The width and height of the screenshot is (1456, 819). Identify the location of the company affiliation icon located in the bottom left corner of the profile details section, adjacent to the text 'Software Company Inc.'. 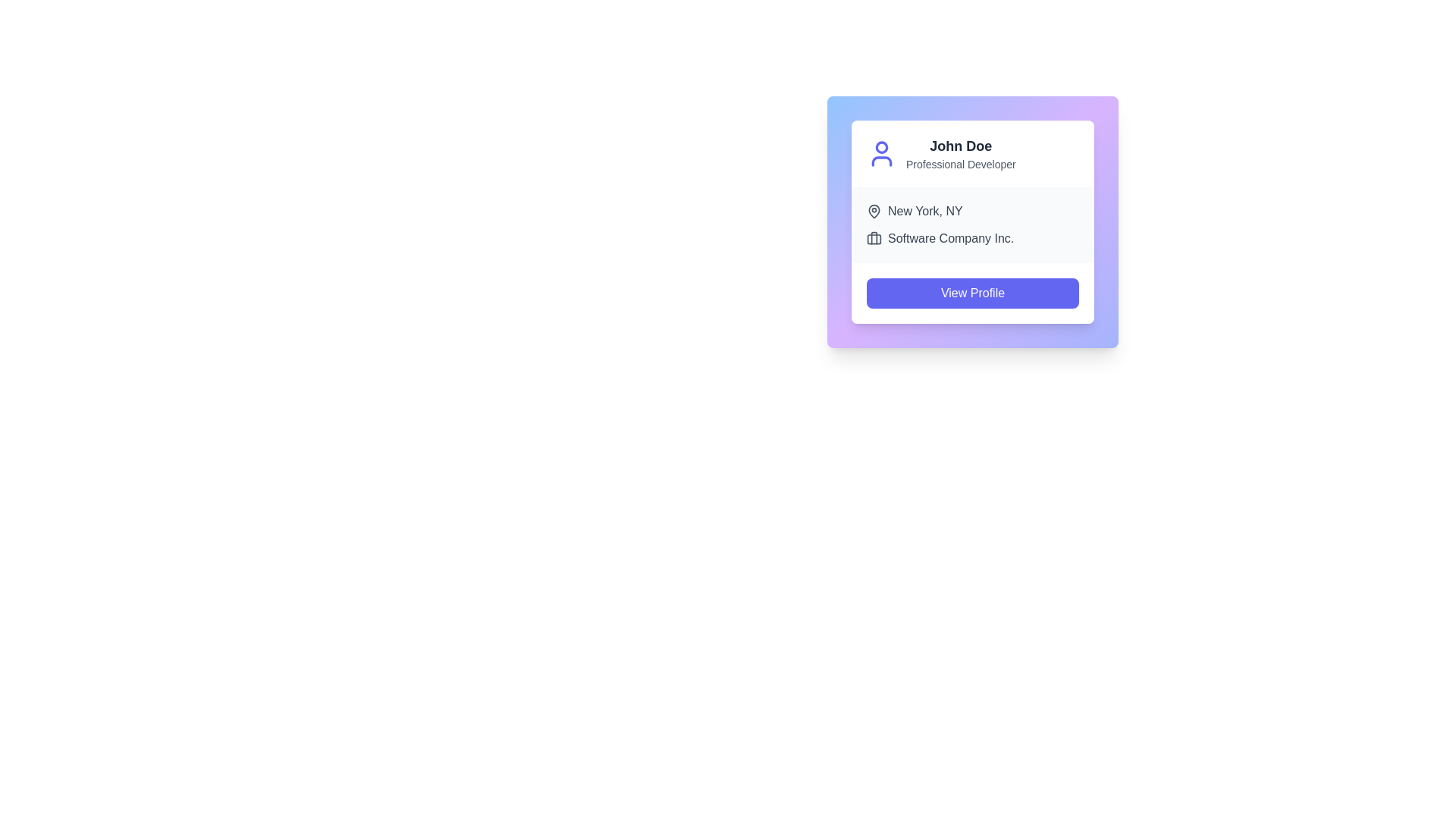
(874, 239).